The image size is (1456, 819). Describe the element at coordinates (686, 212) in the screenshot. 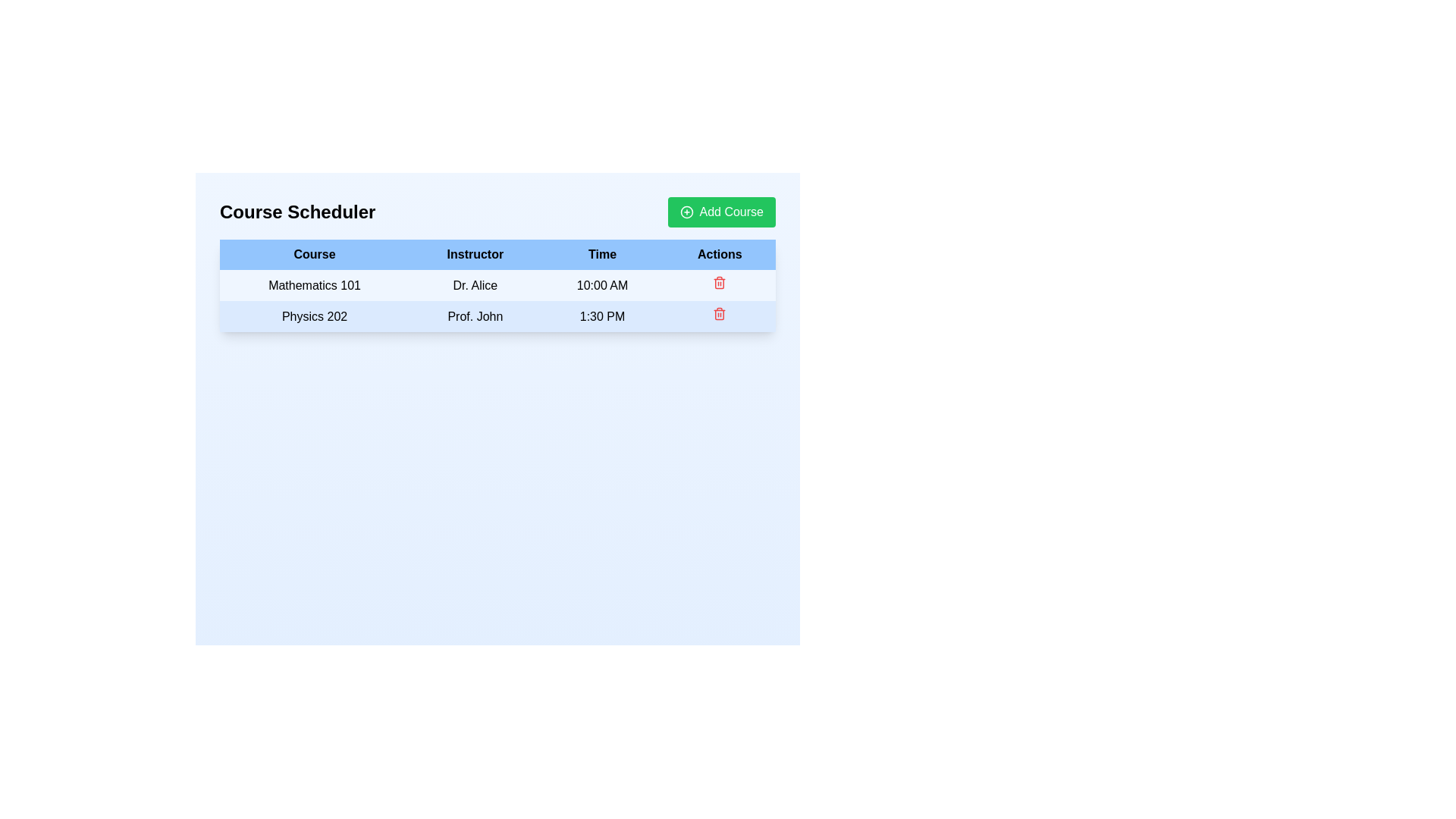

I see `the icon located to the immediate left of the 'Add Course' text button, which has a green background and white text` at that location.